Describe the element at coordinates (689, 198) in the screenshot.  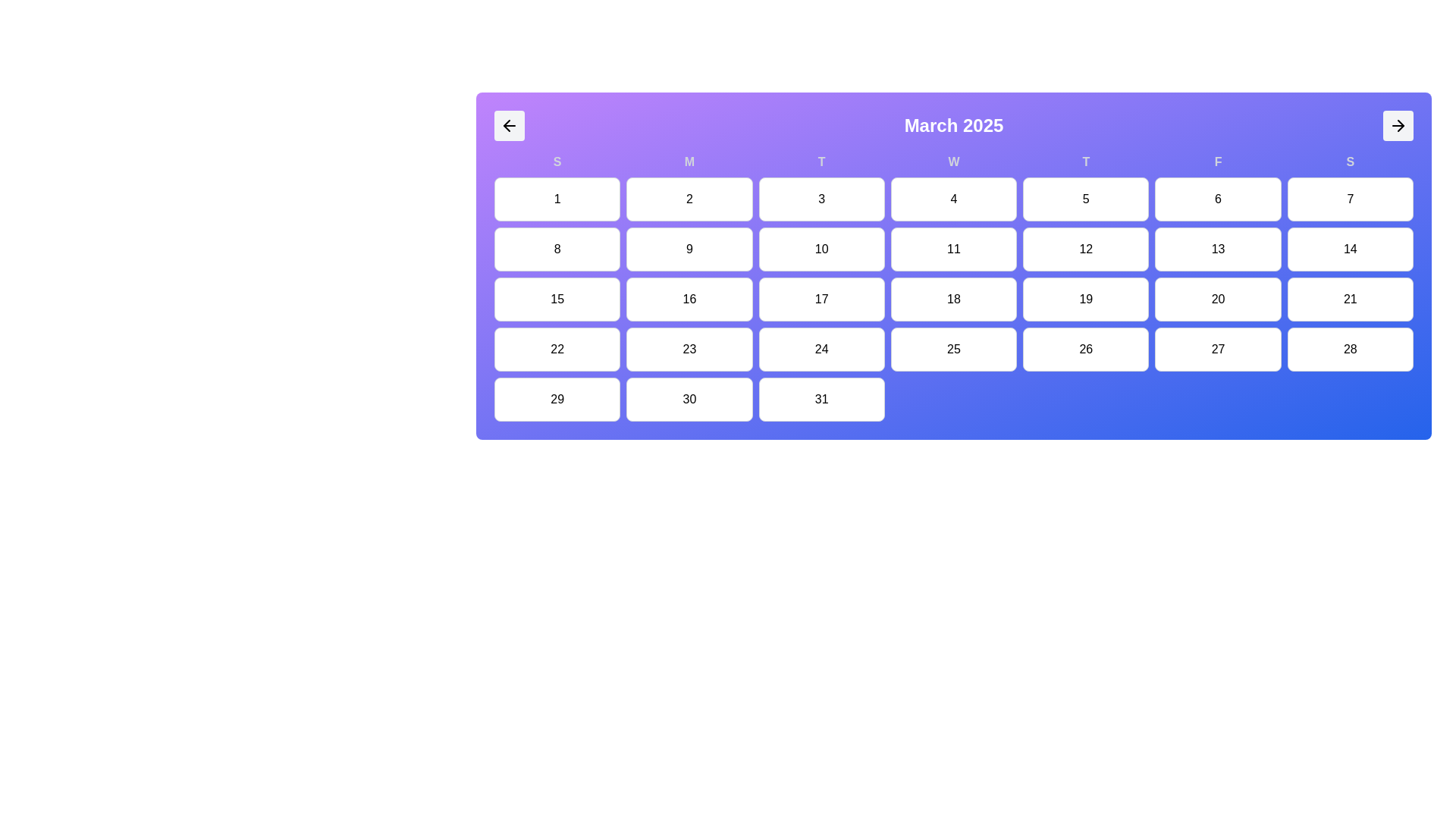
I see `the button displaying the number '2', which is a rectangular button with a white background and rounded corners, located in a grid structure of calendar dates` at that location.